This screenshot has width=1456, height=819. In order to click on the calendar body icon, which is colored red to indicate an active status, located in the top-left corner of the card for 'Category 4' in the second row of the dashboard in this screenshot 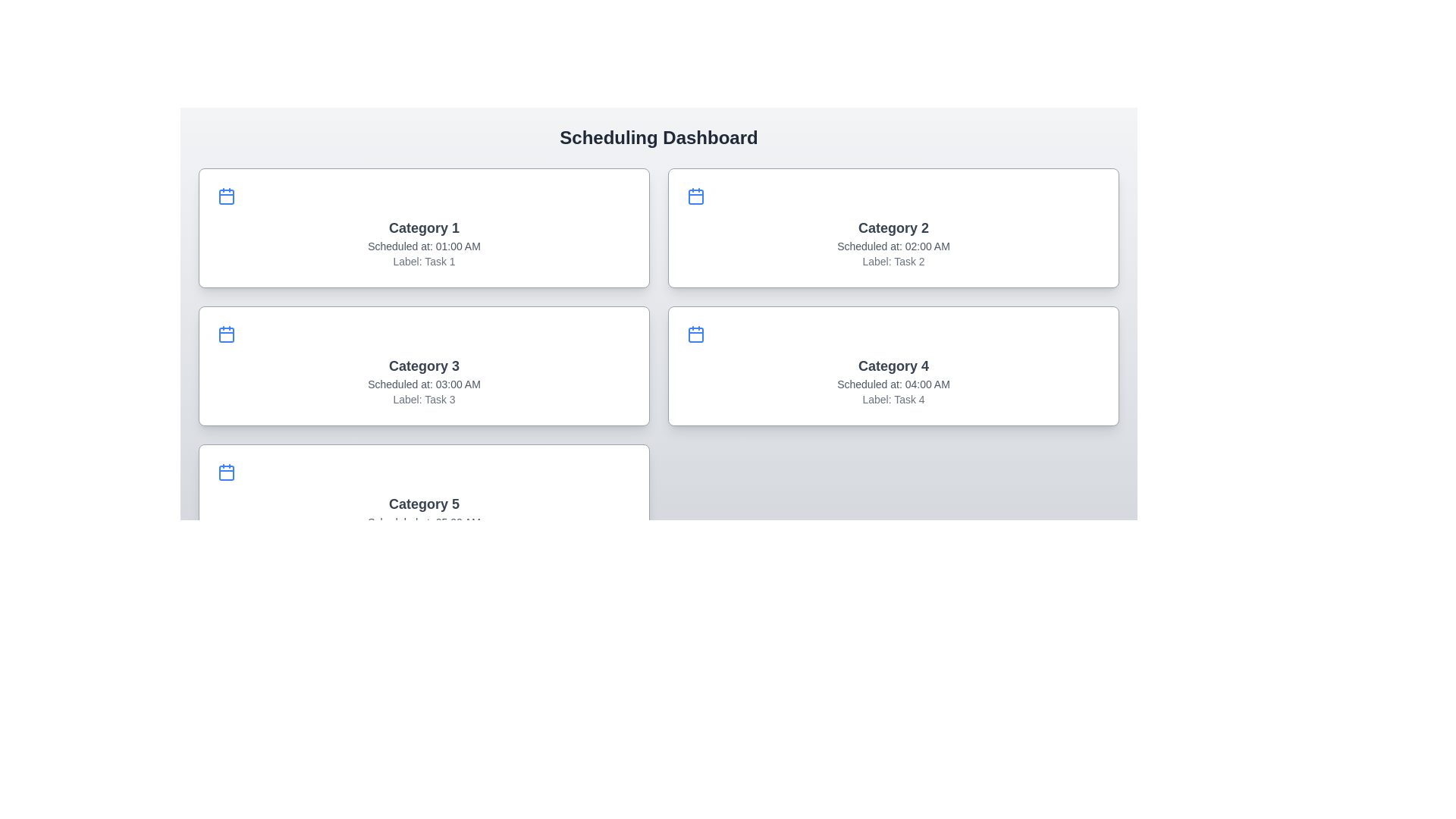, I will do `click(695, 334)`.